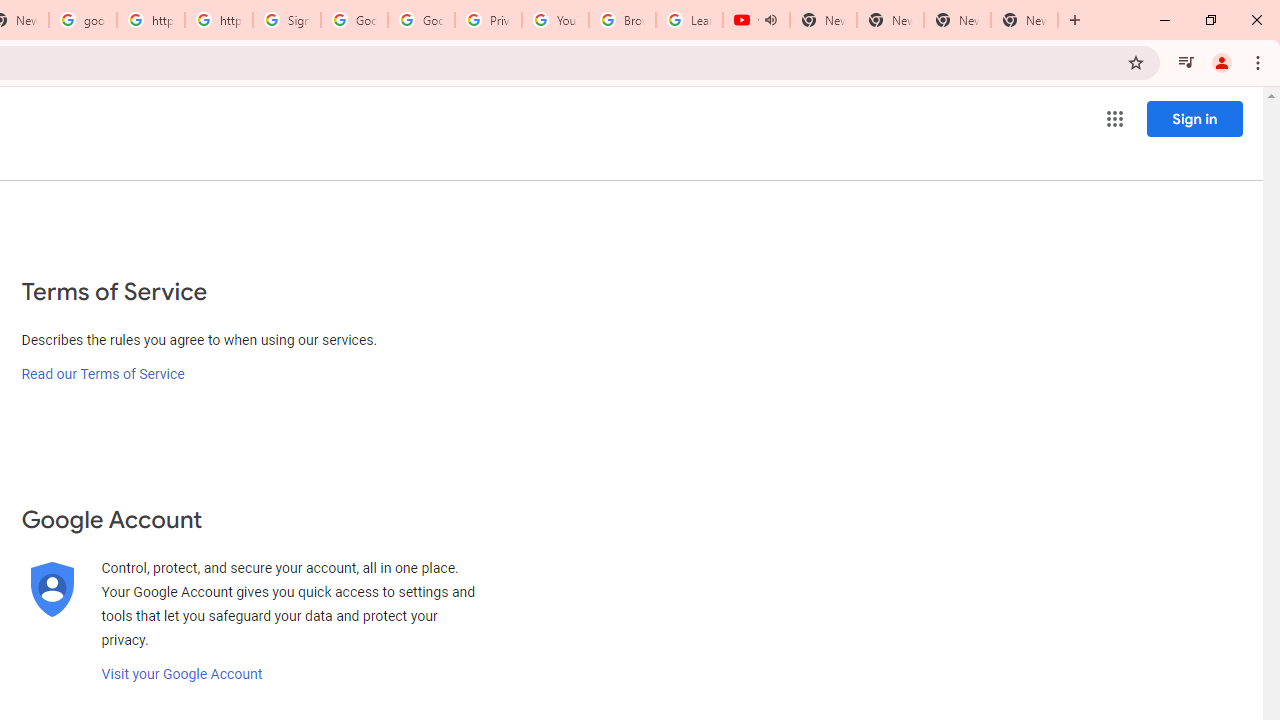 This screenshot has height=720, width=1280. Describe the element at coordinates (150, 20) in the screenshot. I see `'https://scholar.google.com/'` at that location.